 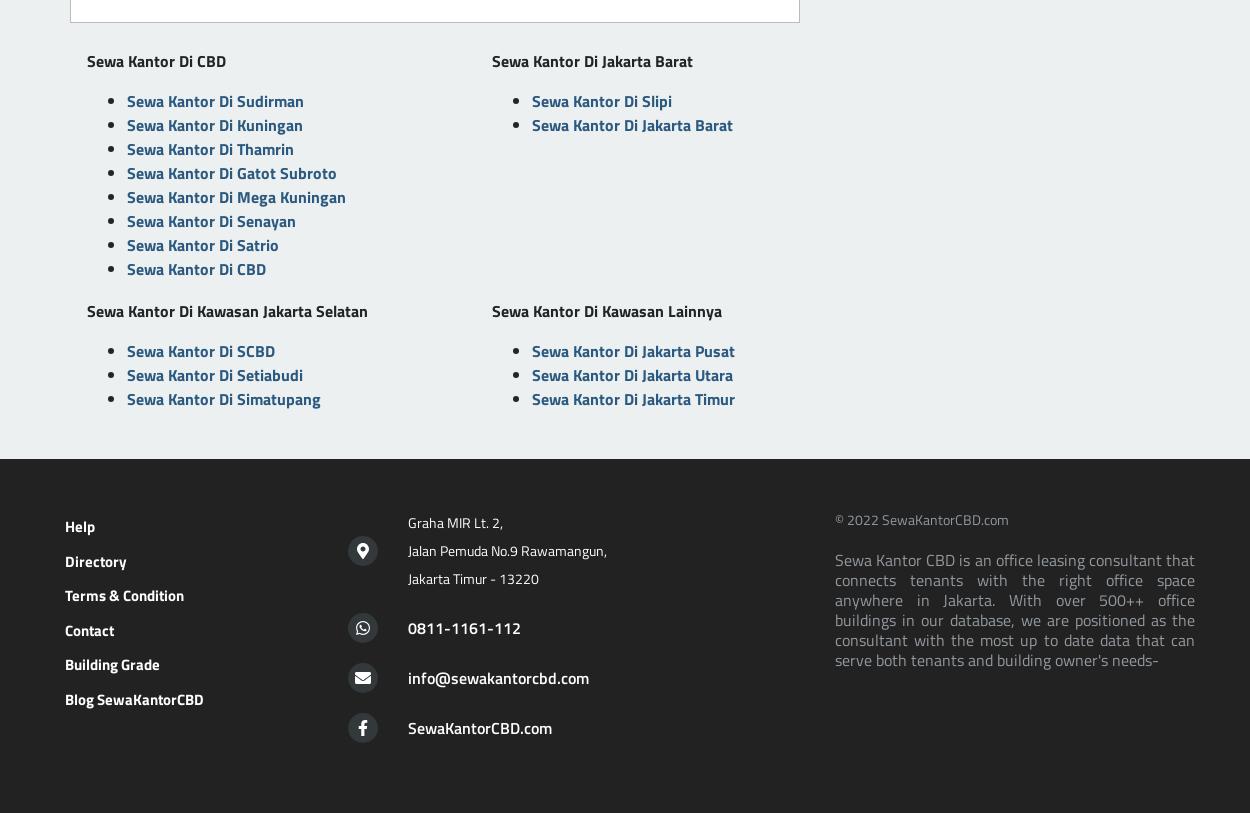 I want to click on 'Sewa Kantor Di Jakarta Pusat', so click(x=632, y=349).